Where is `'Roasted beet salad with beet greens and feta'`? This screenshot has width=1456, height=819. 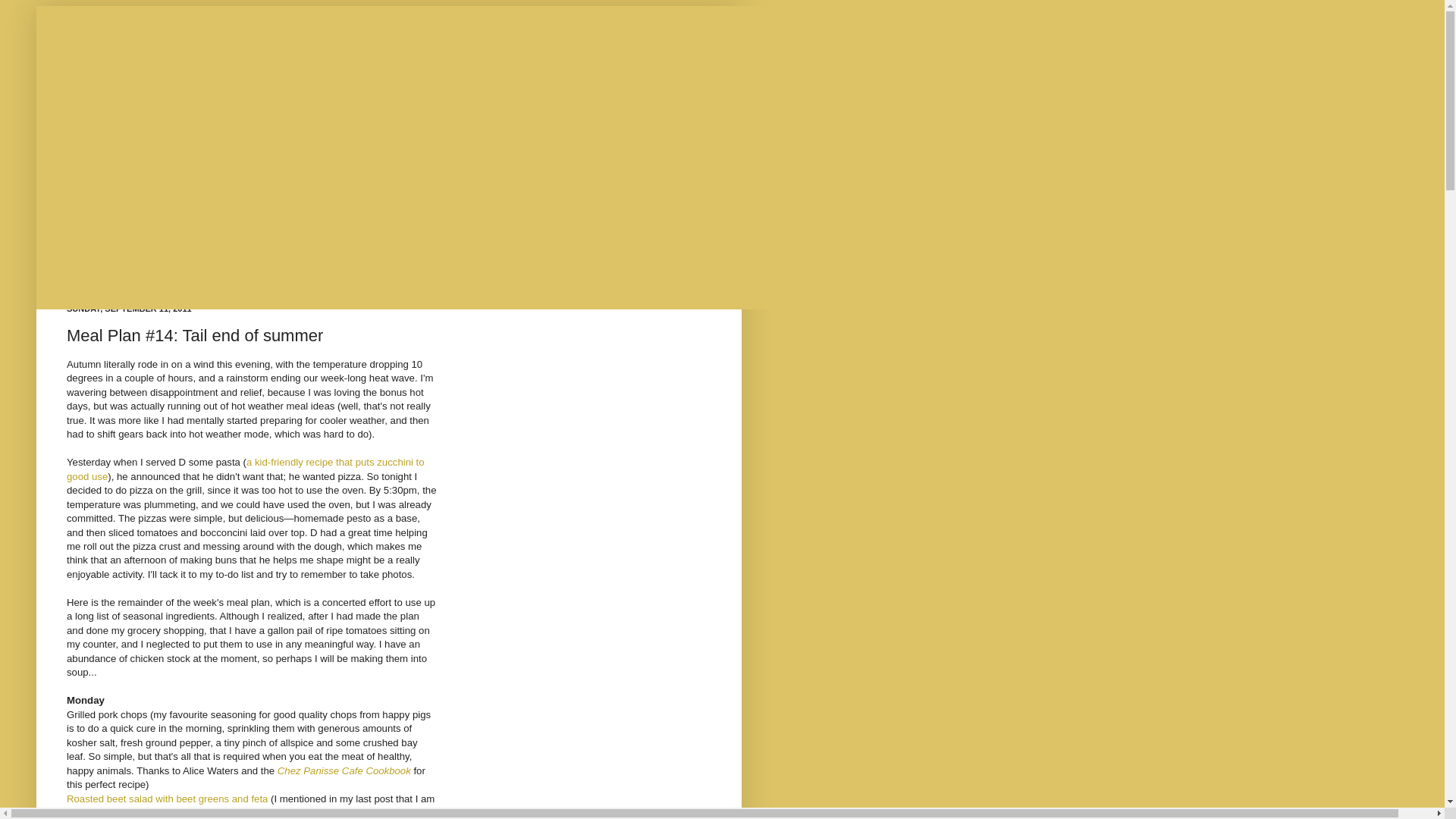
'Roasted beet salad with beet greens and feta' is located at coordinates (167, 798).